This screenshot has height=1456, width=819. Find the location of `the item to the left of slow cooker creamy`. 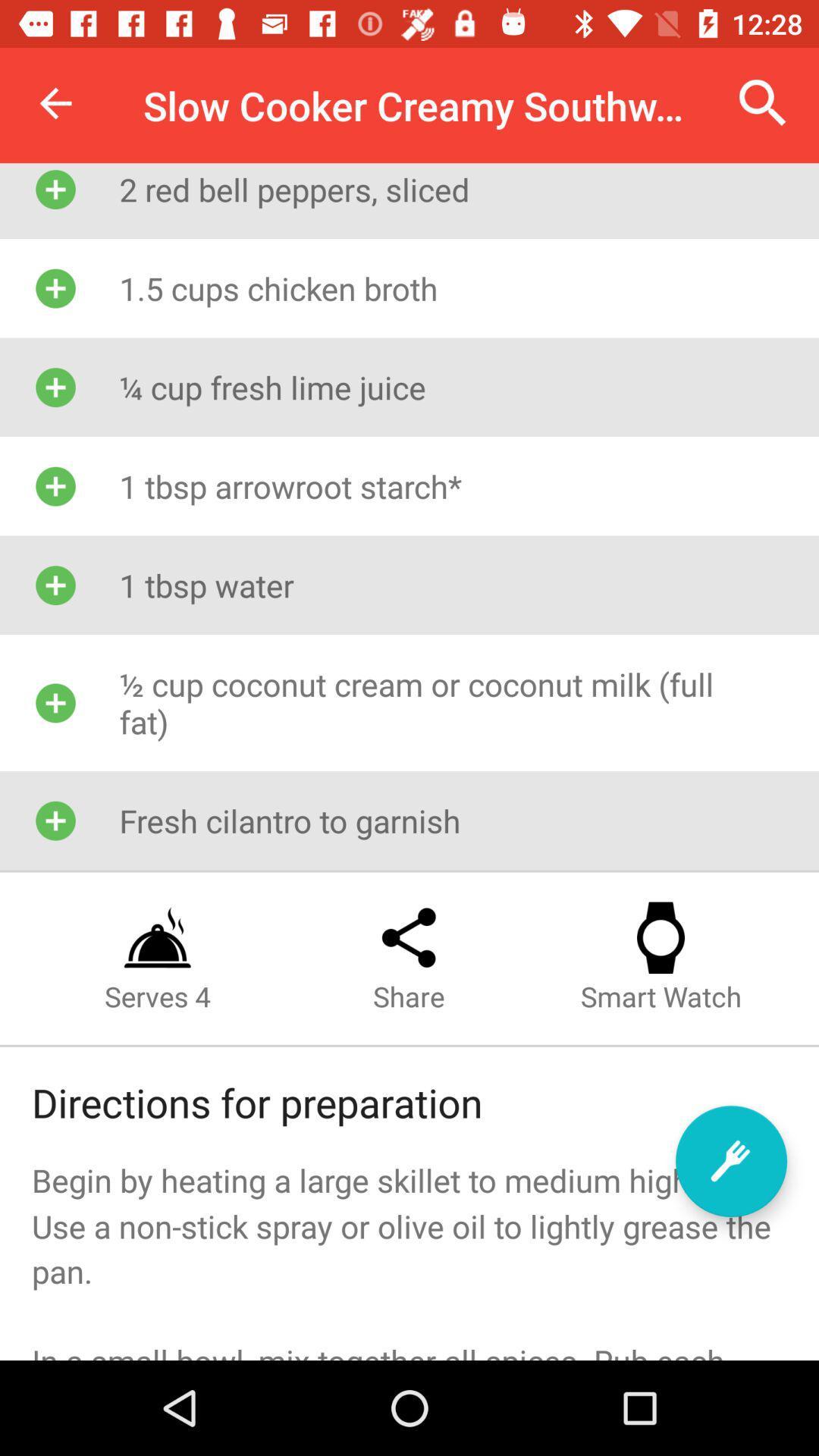

the item to the left of slow cooker creamy is located at coordinates (55, 102).